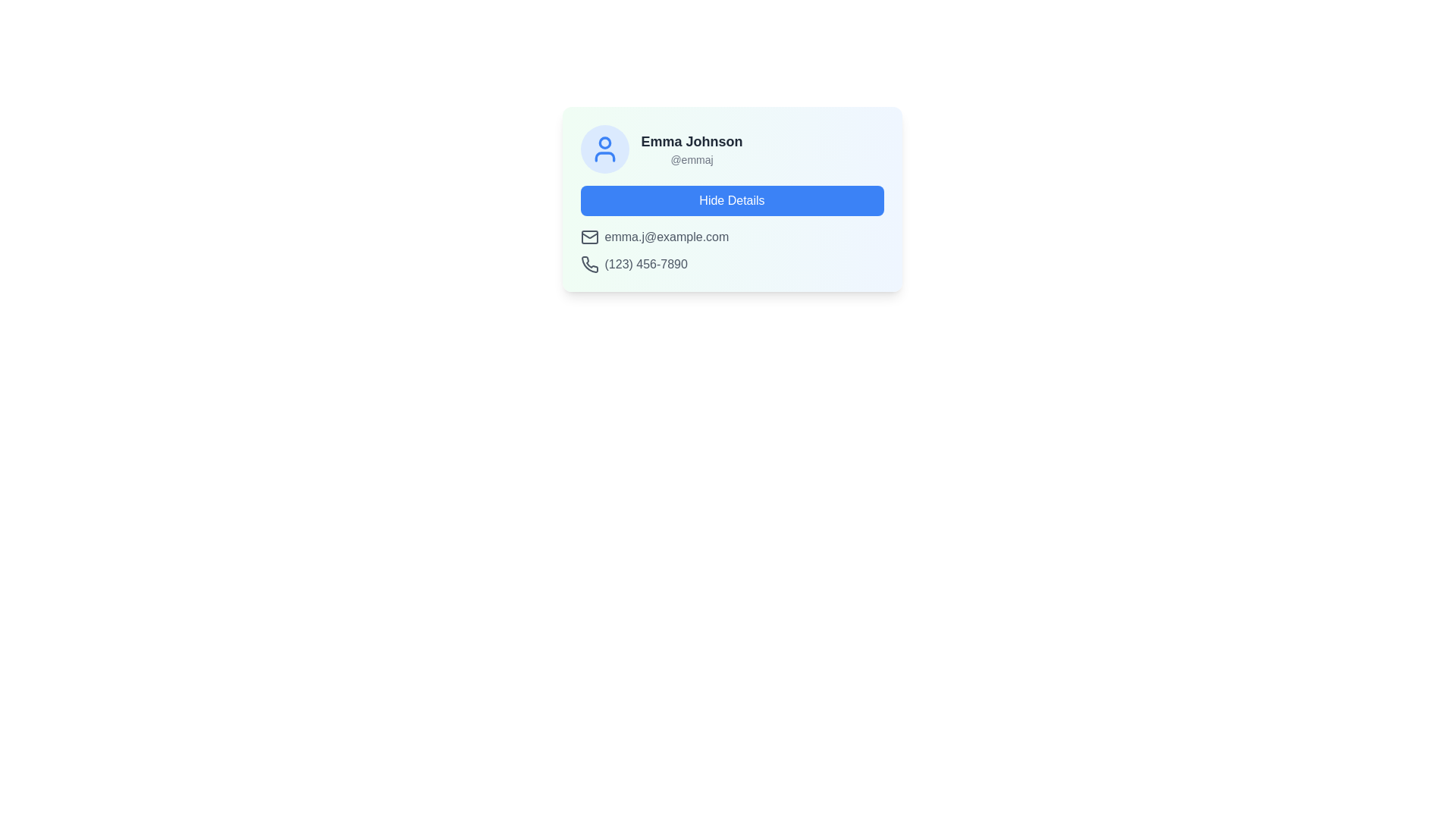 The image size is (1456, 819). Describe the element at coordinates (588, 263) in the screenshot. I see `the phone icon that indicates the user's phone number, located to the left of the text '(123) 456-7890' in the contact section of the user details card` at that location.